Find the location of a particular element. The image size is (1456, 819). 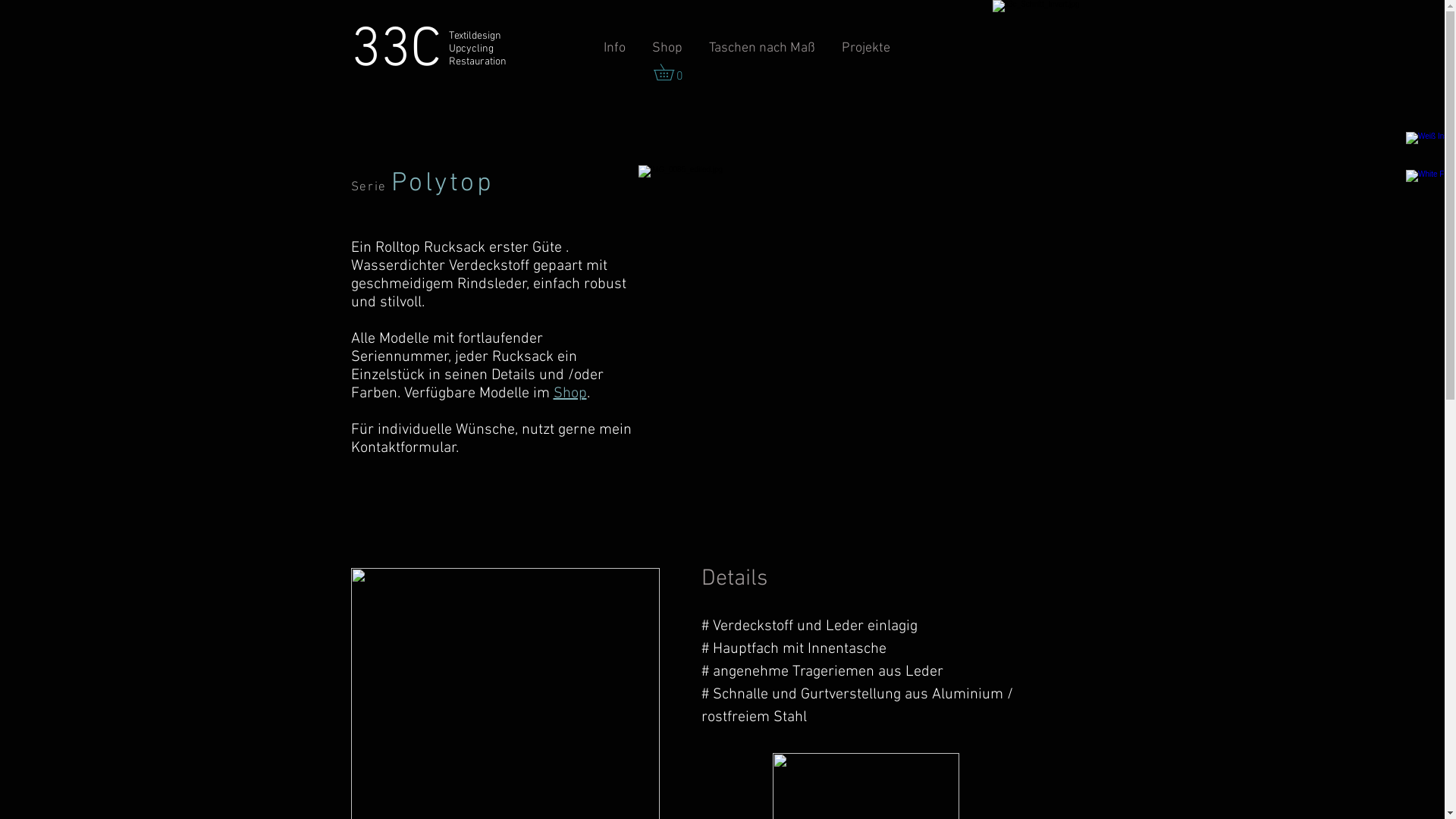

'Projekte' is located at coordinates (865, 48).